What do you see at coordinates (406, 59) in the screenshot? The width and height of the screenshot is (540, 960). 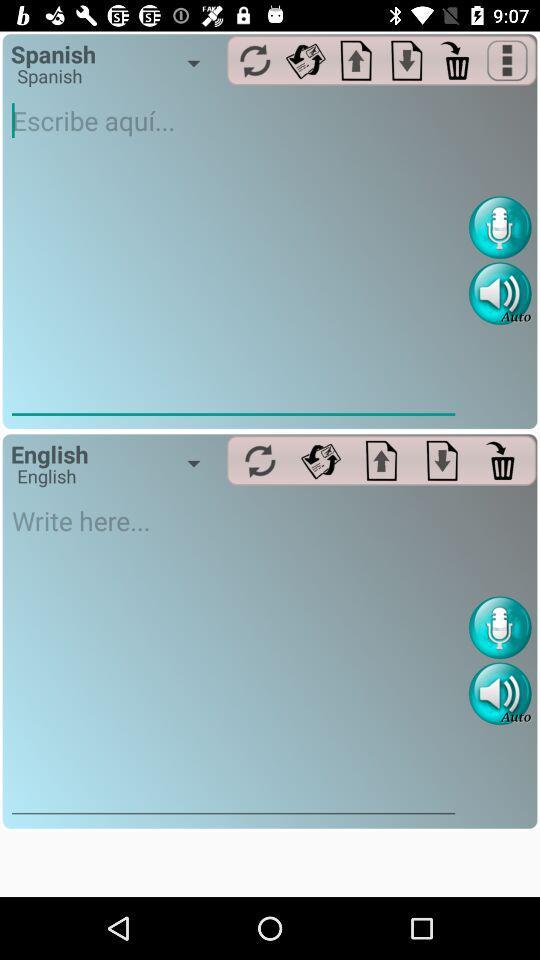 I see `switch notecard placement` at bounding box center [406, 59].